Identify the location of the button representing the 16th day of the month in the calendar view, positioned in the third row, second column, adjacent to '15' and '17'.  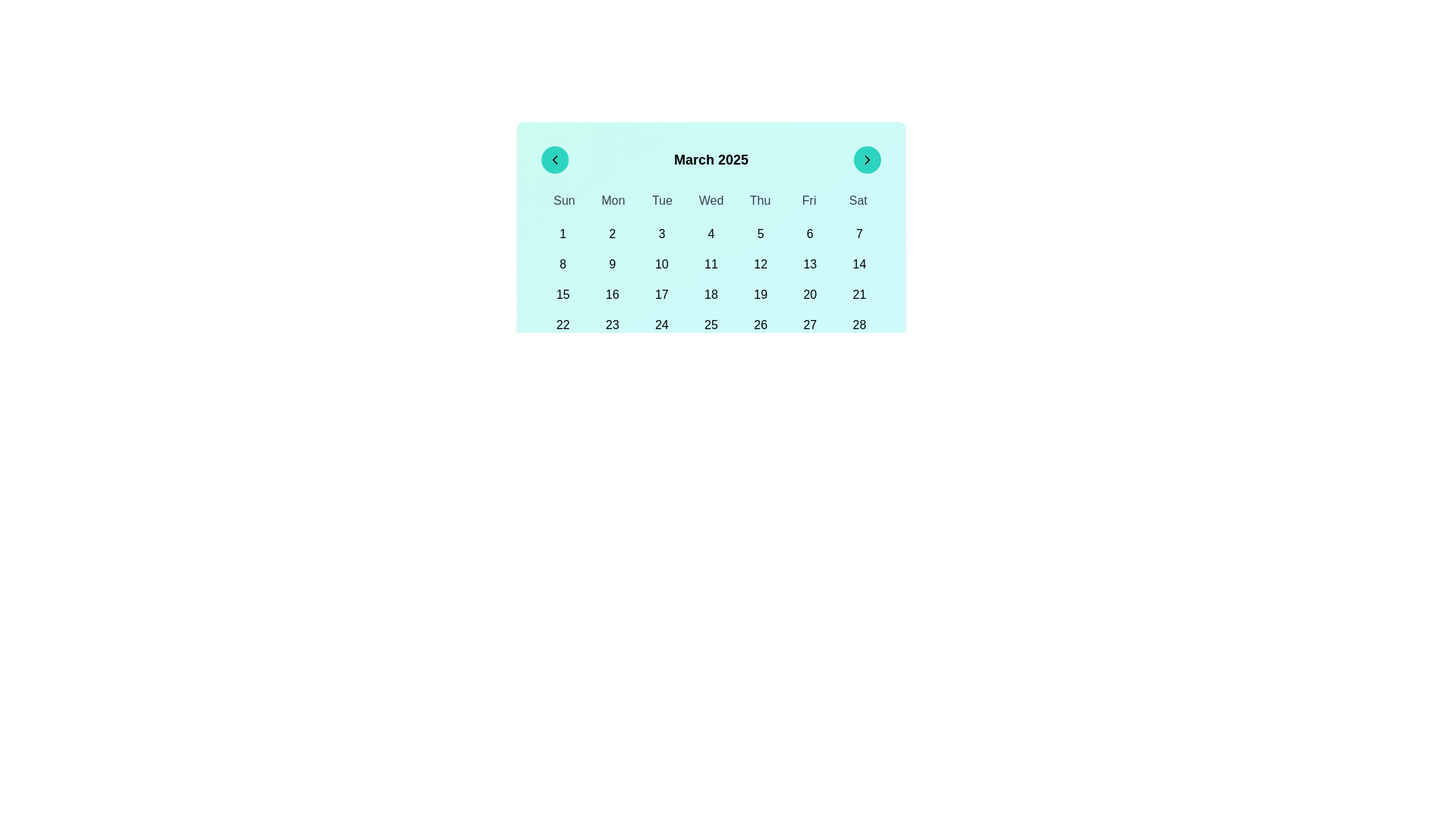
(612, 295).